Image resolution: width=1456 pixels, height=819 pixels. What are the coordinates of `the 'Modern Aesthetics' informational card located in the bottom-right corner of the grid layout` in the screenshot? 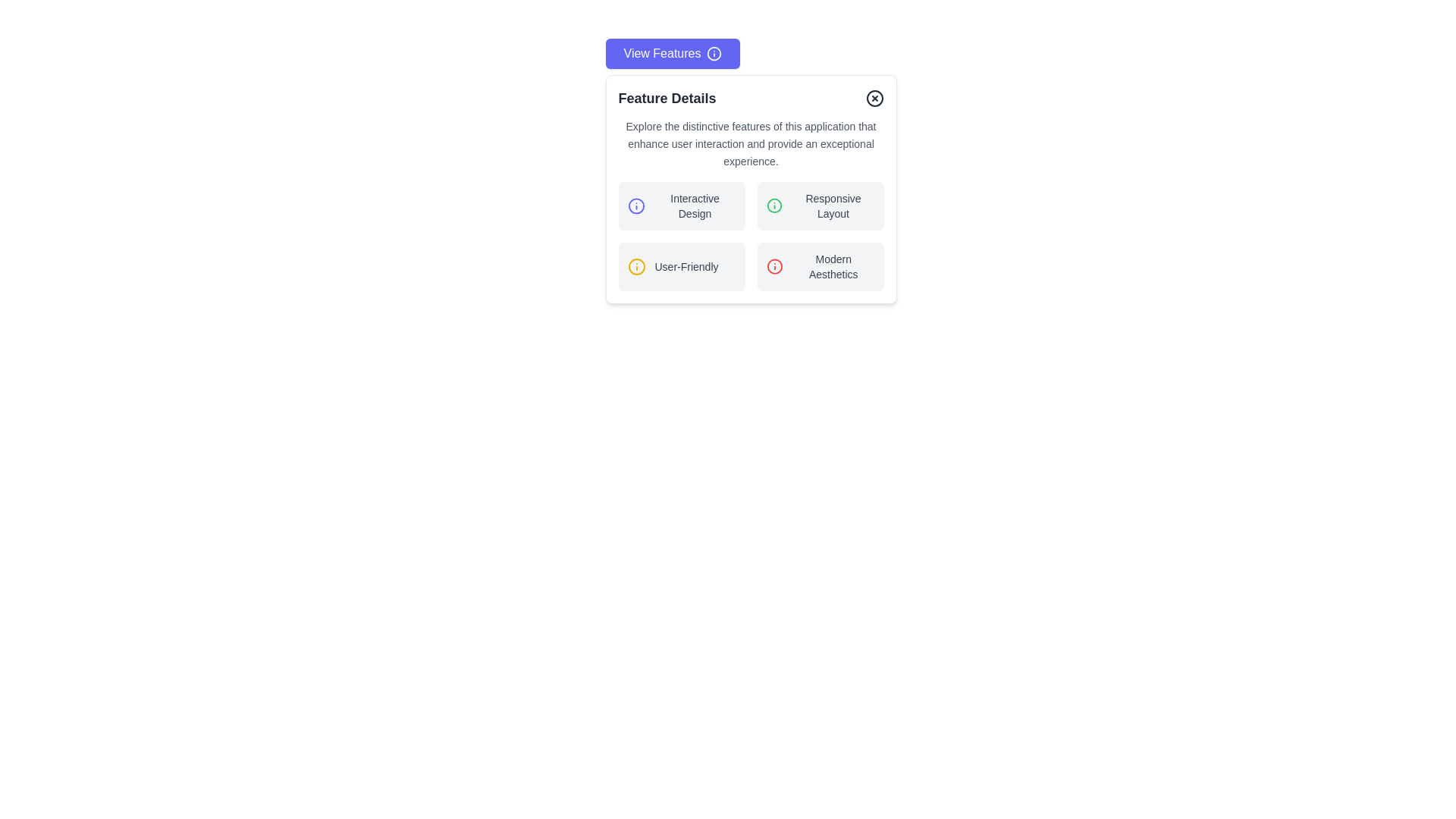 It's located at (819, 265).